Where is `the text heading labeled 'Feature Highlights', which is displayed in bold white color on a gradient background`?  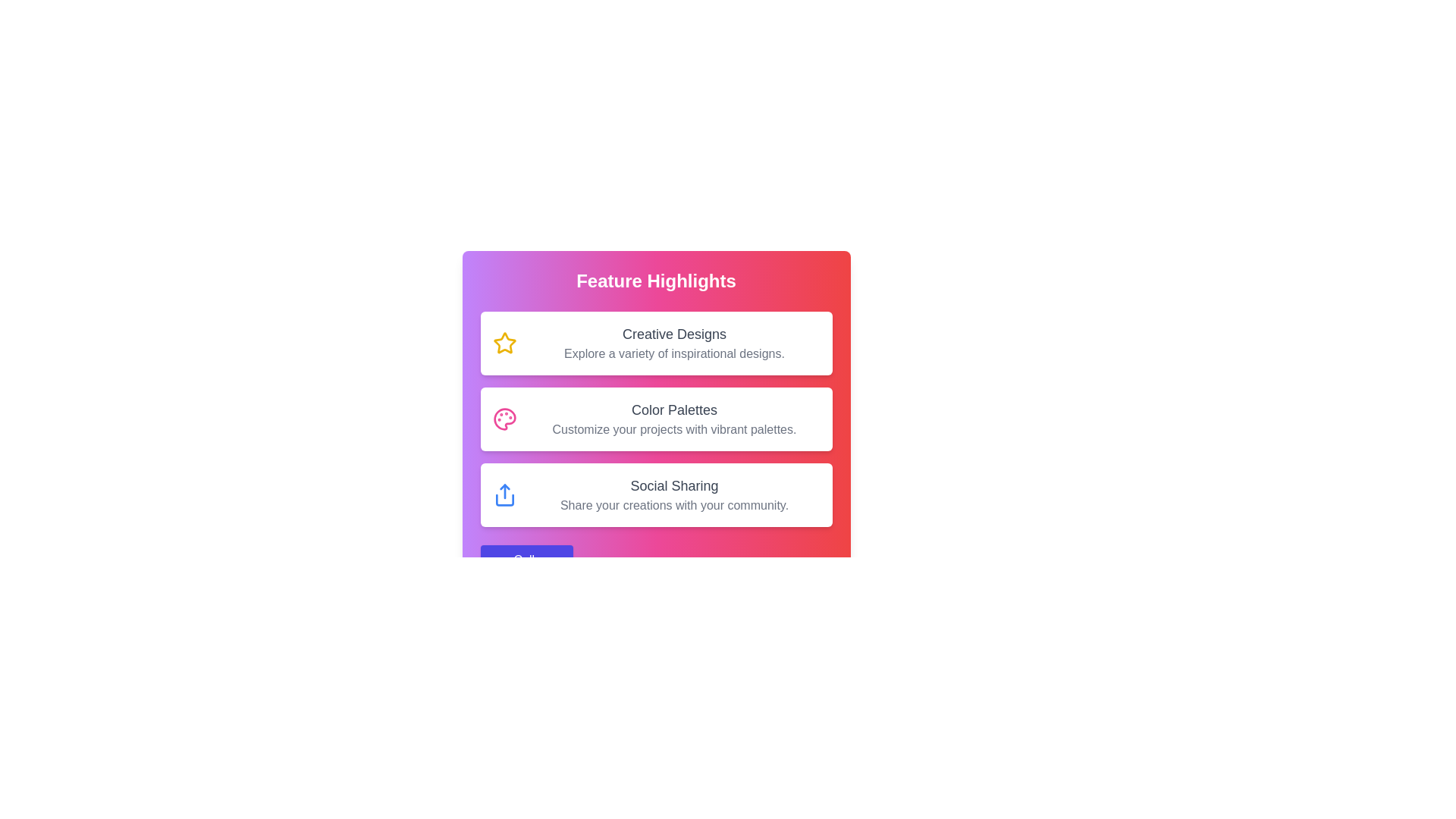 the text heading labeled 'Feature Highlights', which is displayed in bold white color on a gradient background is located at coordinates (656, 281).